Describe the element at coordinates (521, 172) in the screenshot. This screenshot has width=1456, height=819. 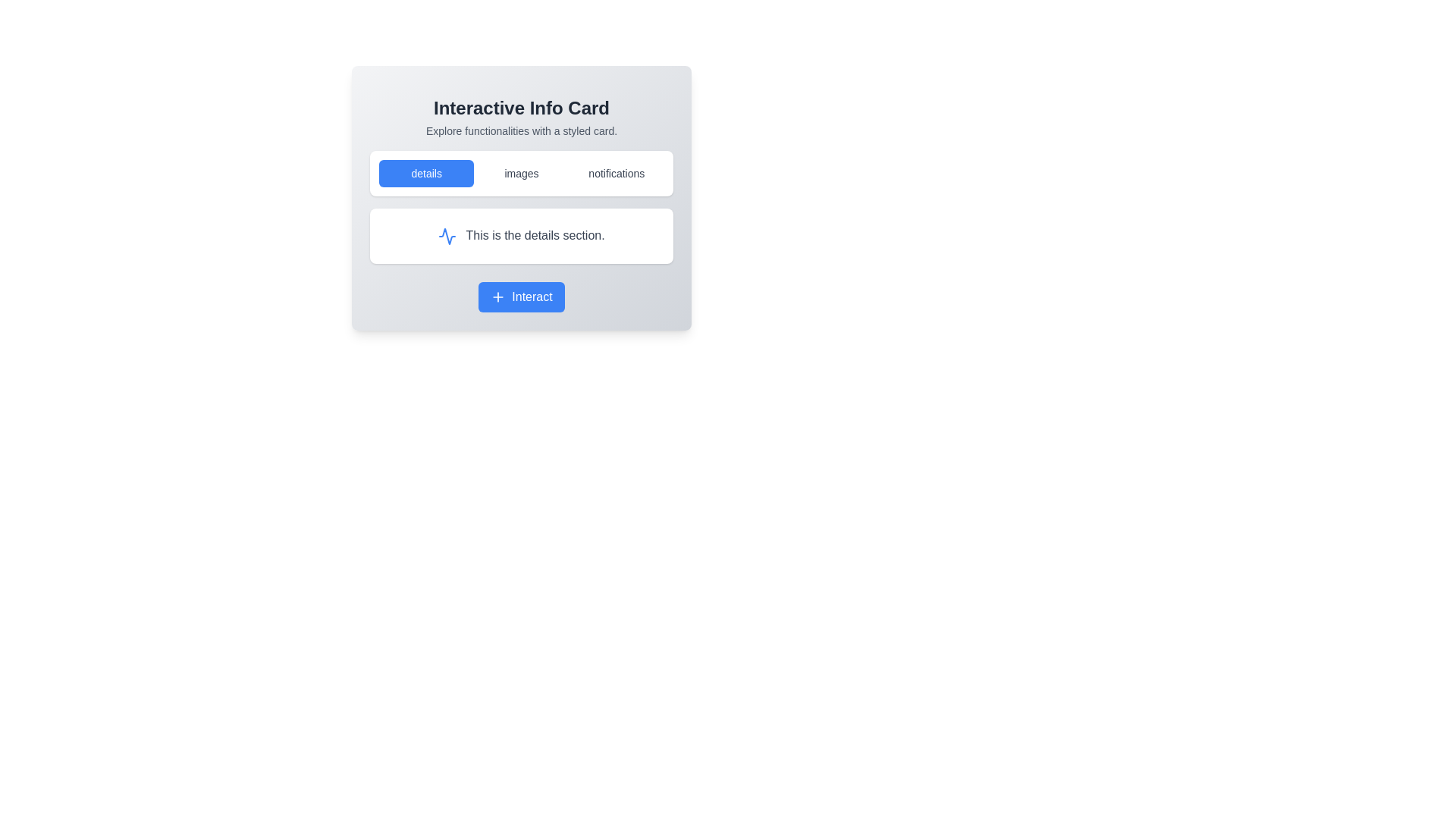
I see `the 'images' button within the Button Group element` at that location.